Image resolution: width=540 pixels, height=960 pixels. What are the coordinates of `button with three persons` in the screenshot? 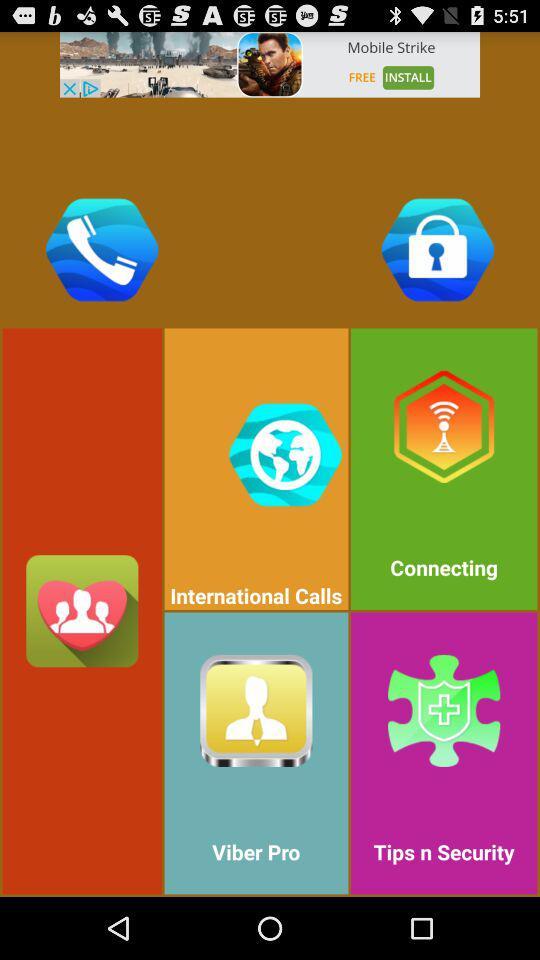 It's located at (81, 610).